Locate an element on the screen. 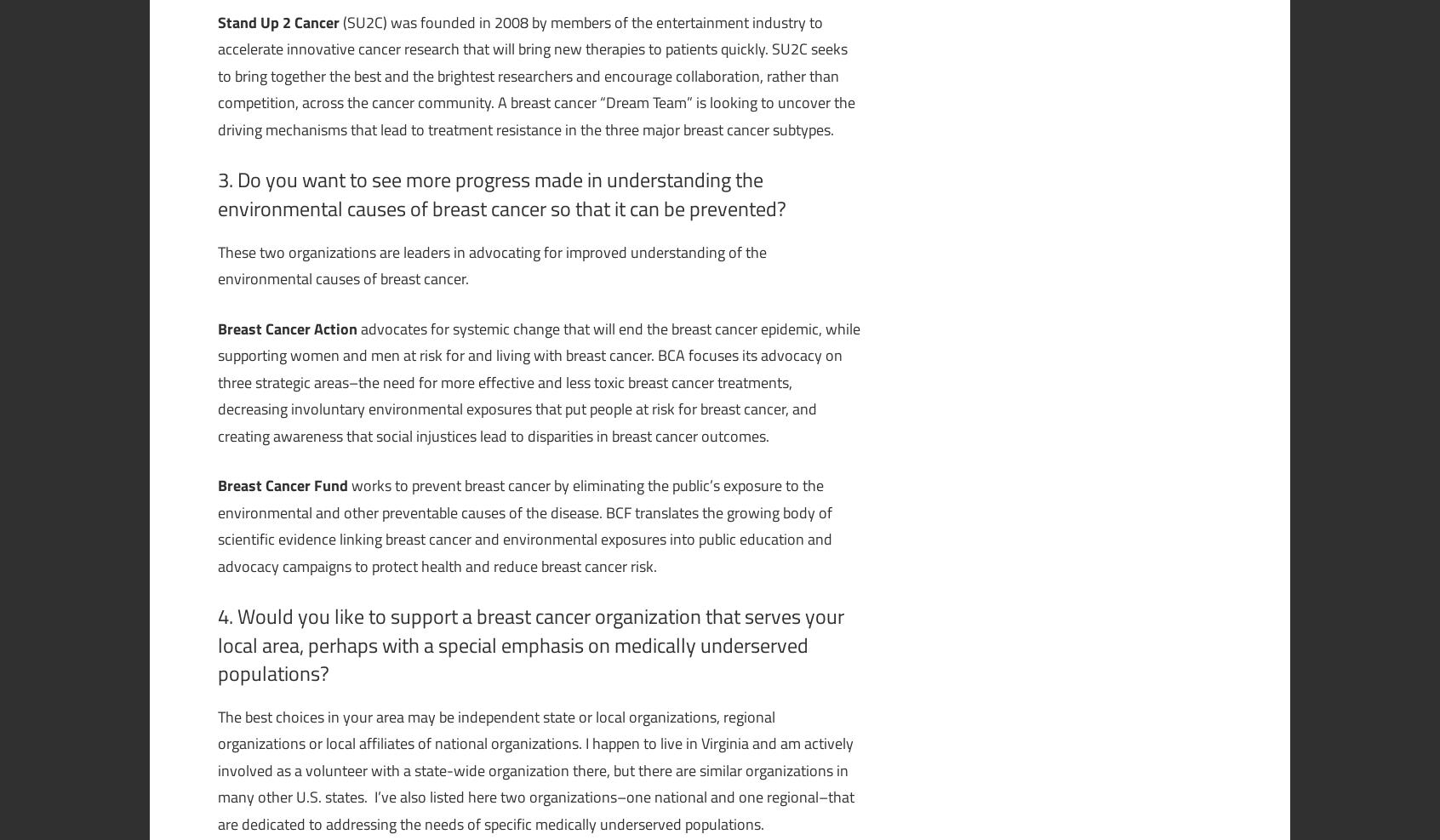 This screenshot has width=1440, height=840. '(SU2C) was founded in 2008 by members of the entertainment industry to accelerate innovative cancer research that will bring new therapies to patients quickly. SU2C seeks to bring together the best and the brightest researchers and encourage collaboration, rather than competition, across the cancer community. A breast cancer “Dream Team” is looking to uncover the driving mechanisms that lead to treatment resistance in the three major breast cancer subtypes.' is located at coordinates (535, 75).